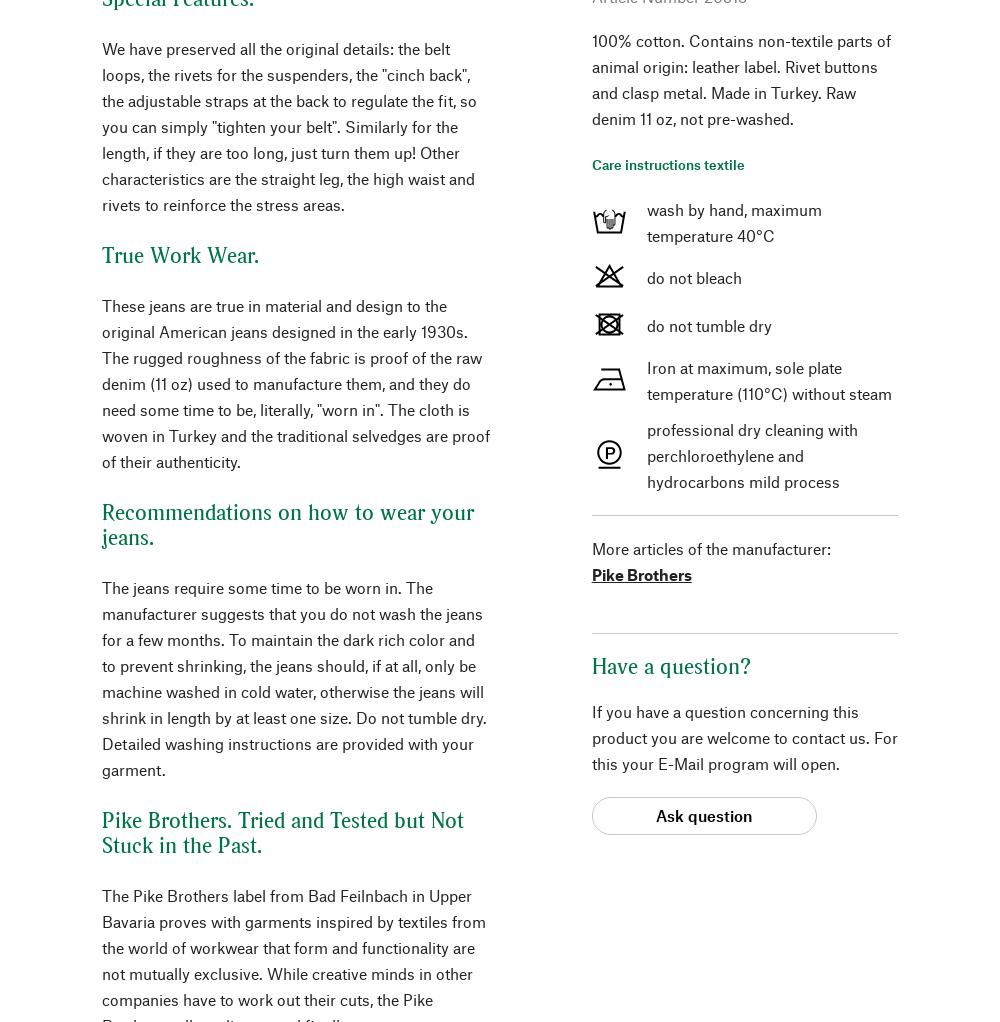  I want to click on 'do not tumble dry', so click(707, 323).